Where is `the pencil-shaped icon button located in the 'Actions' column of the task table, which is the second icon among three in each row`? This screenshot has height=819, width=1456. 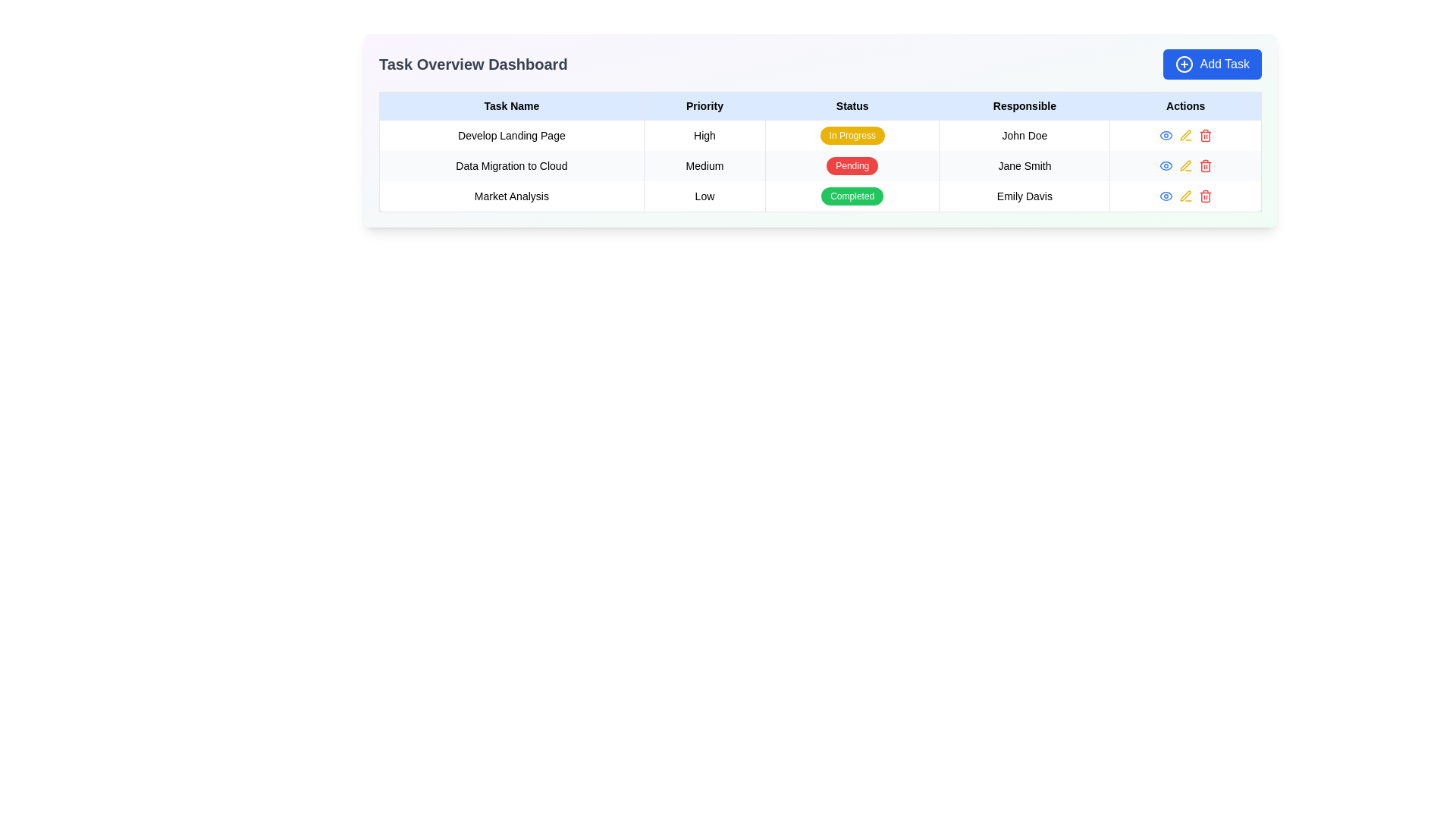 the pencil-shaped icon button located in the 'Actions' column of the task table, which is the second icon among three in each row is located at coordinates (1185, 134).